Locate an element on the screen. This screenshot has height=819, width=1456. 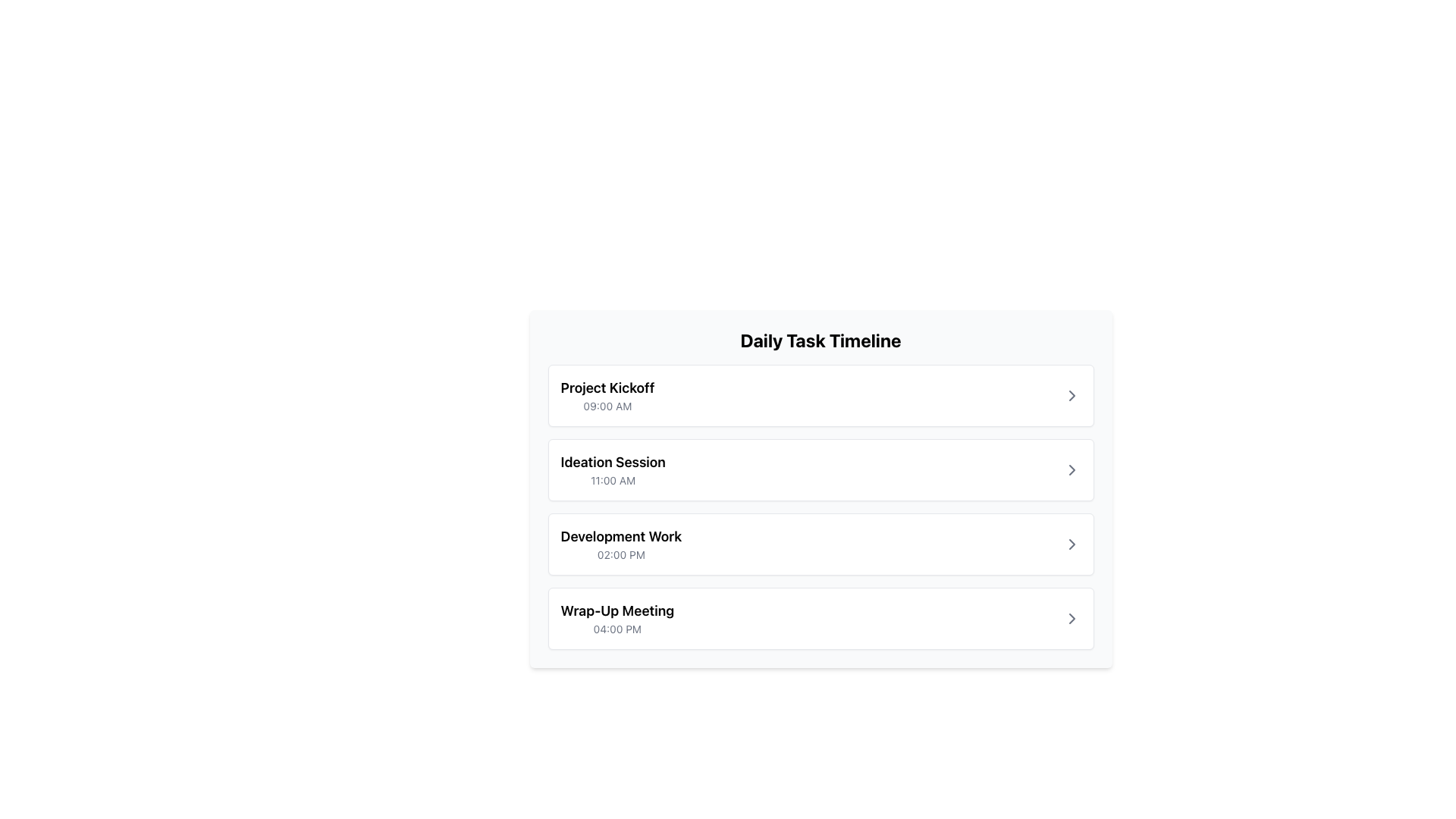
the Text Display element that shows the agenda item 'Project Kickoff' scheduled for '09:00 AM' in the 'Daily Task Timeline' list is located at coordinates (607, 394).